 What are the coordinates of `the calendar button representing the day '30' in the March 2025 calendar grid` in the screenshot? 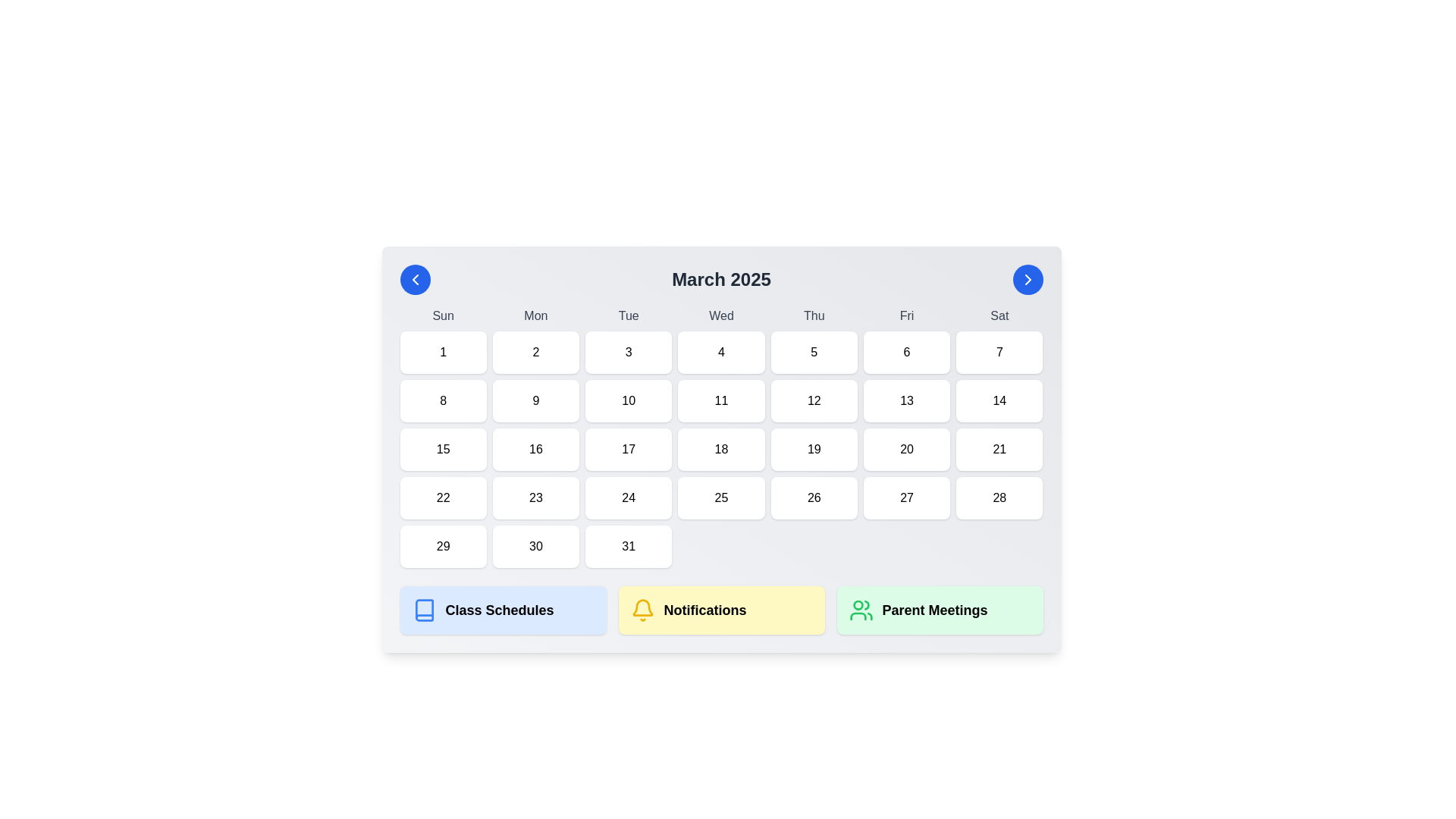 It's located at (535, 547).